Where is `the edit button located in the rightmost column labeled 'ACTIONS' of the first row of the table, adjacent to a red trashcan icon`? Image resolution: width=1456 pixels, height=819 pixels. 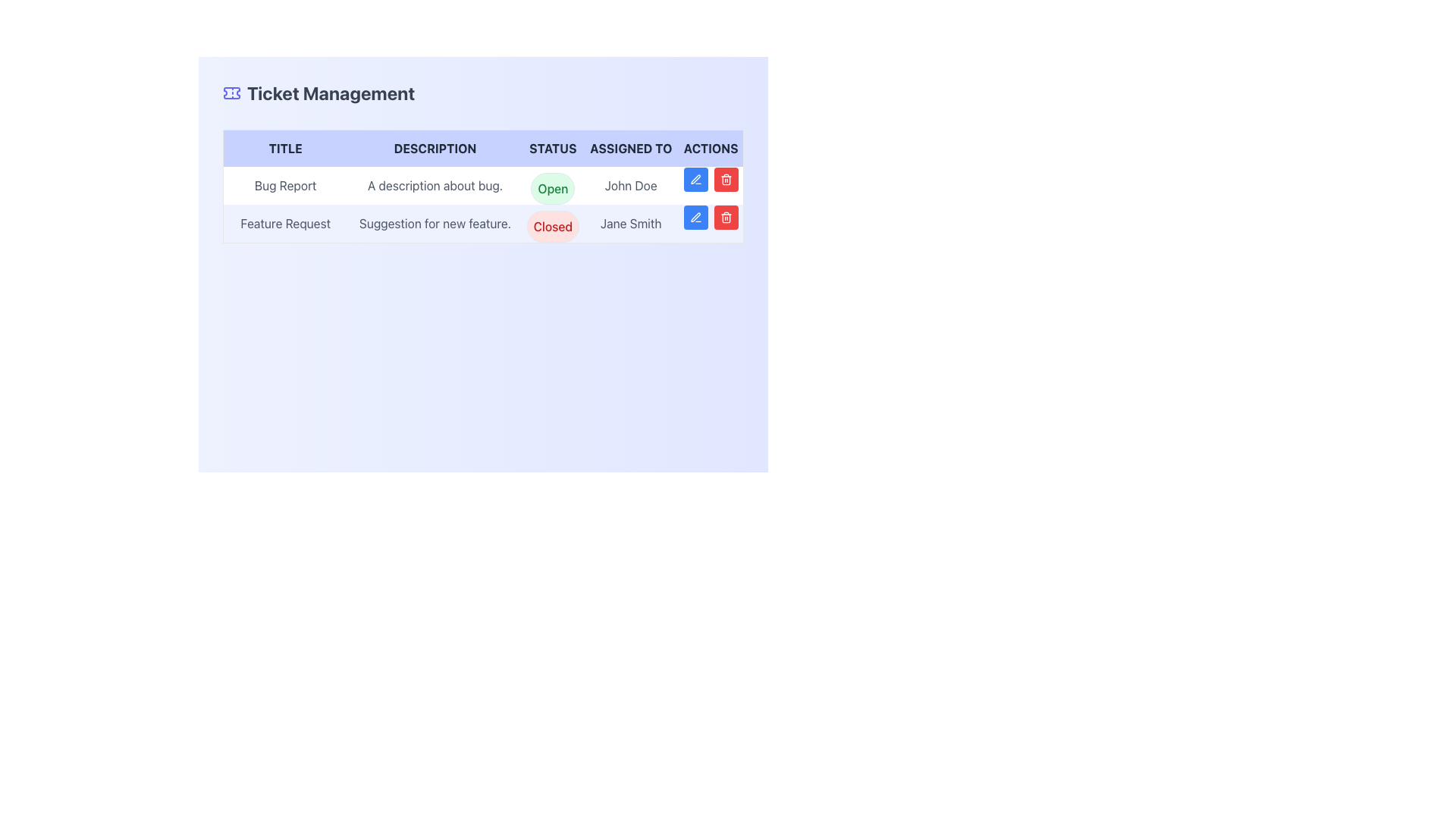
the edit button located in the rightmost column labeled 'ACTIONS' of the first row of the table, adjacent to a red trashcan icon is located at coordinates (695, 178).